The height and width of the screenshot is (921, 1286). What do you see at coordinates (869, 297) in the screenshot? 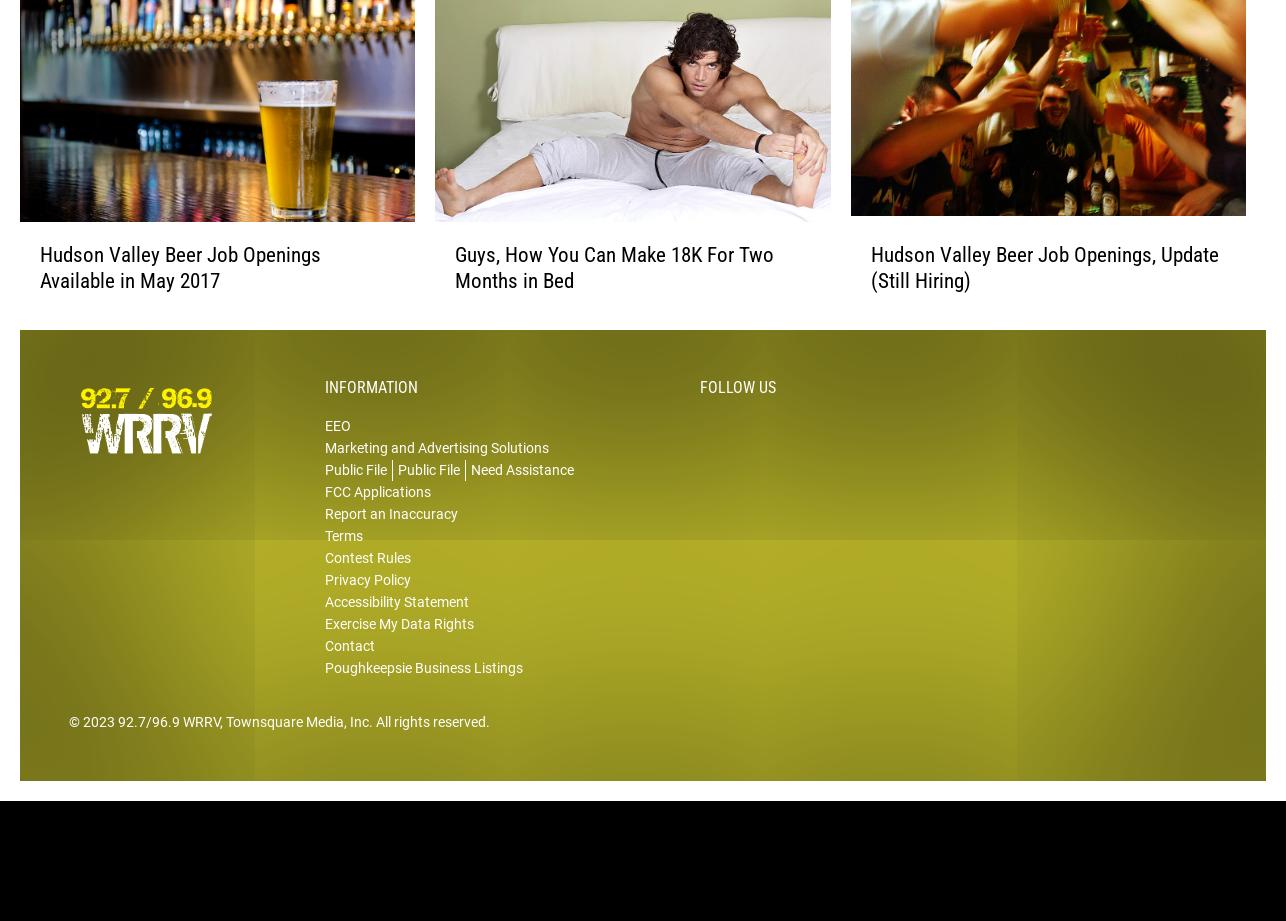
I see `'Hudson Valley Beer Job Openings, Update (Still Hiring)'` at bounding box center [869, 297].